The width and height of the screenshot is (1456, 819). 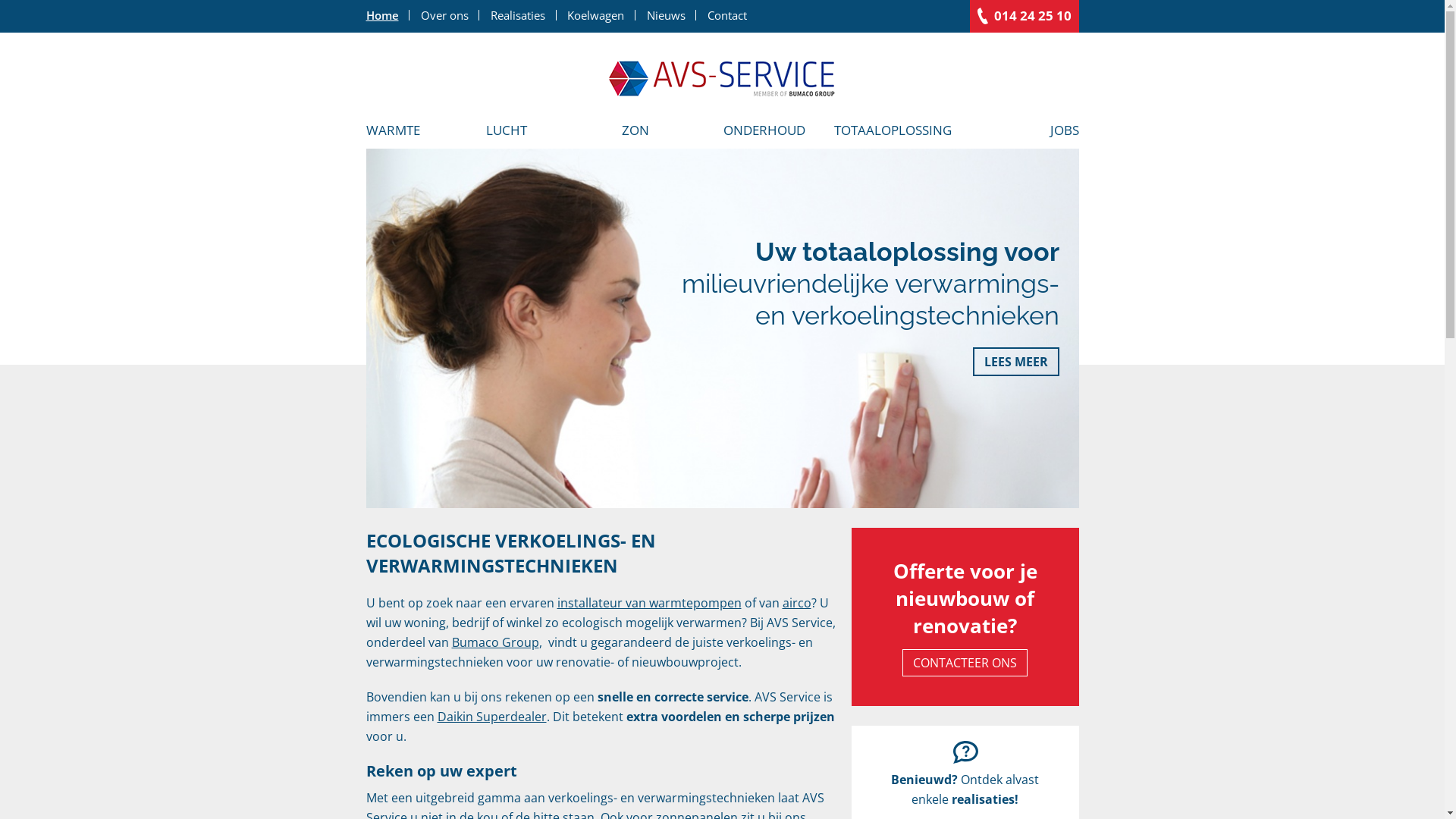 What do you see at coordinates (409, 14) in the screenshot?
I see `'Over ons'` at bounding box center [409, 14].